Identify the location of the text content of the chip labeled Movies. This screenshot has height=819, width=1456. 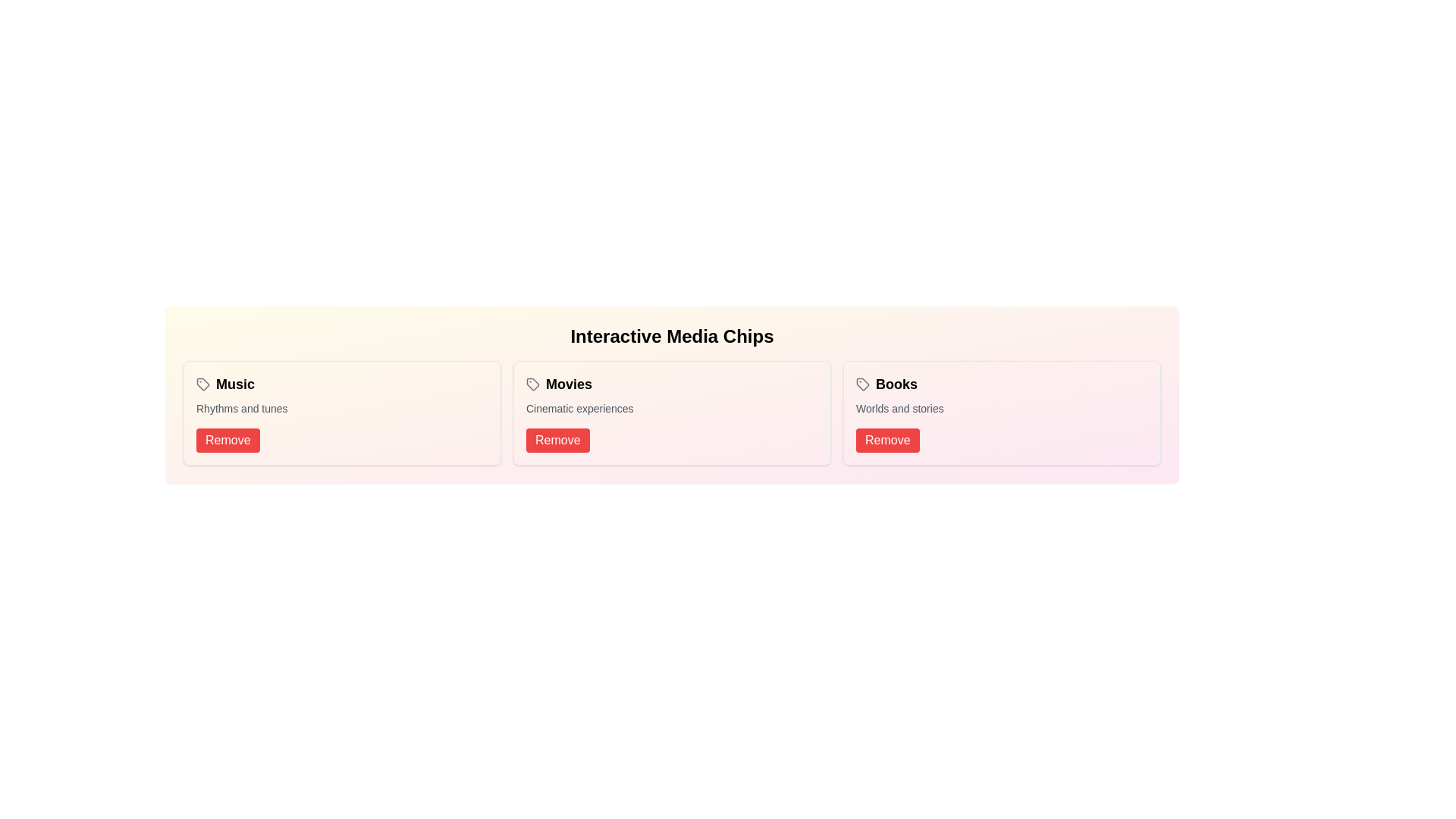
(558, 383).